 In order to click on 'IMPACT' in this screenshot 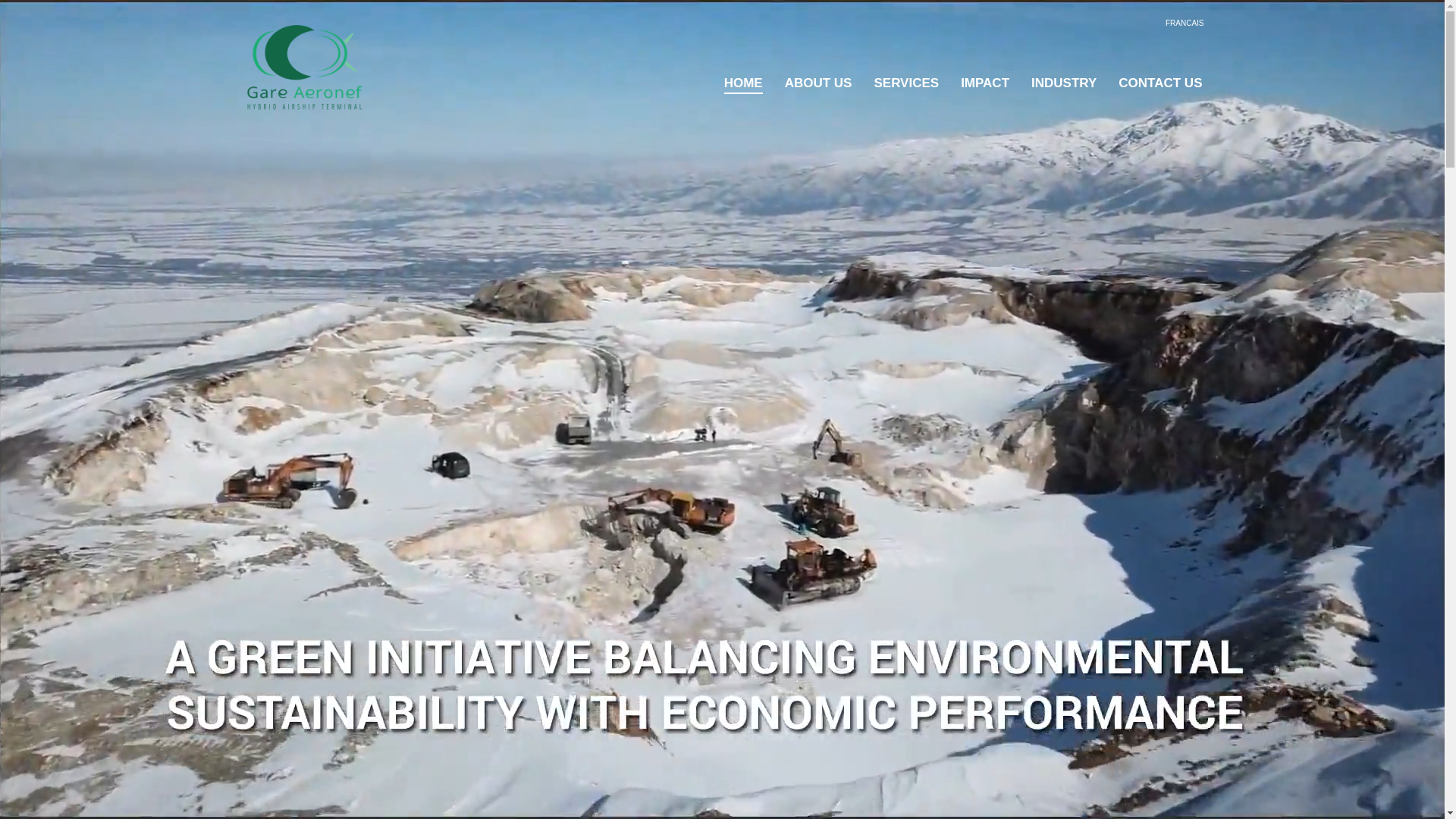, I will do `click(985, 83)`.